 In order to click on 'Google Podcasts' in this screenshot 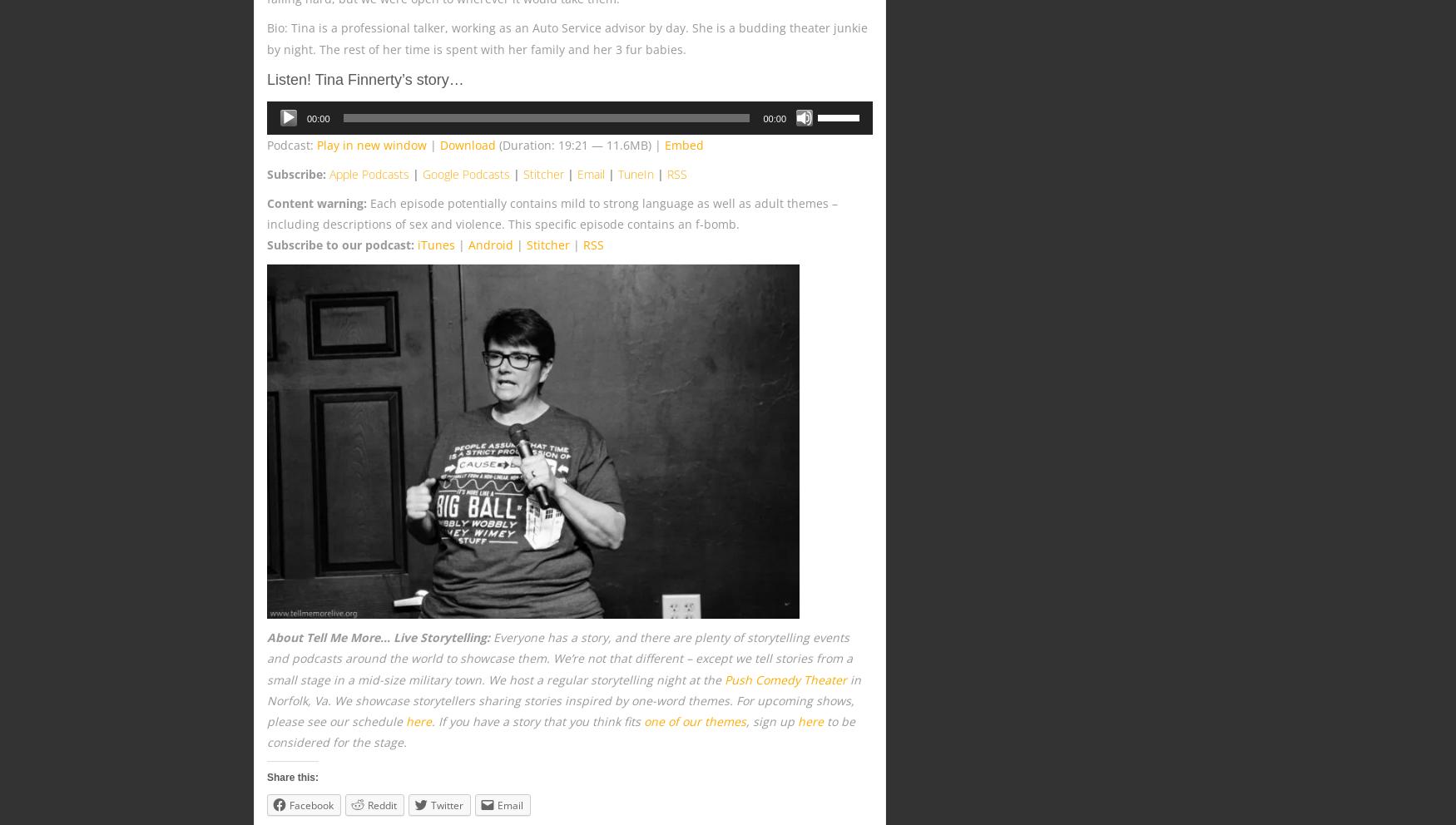, I will do `click(465, 173)`.